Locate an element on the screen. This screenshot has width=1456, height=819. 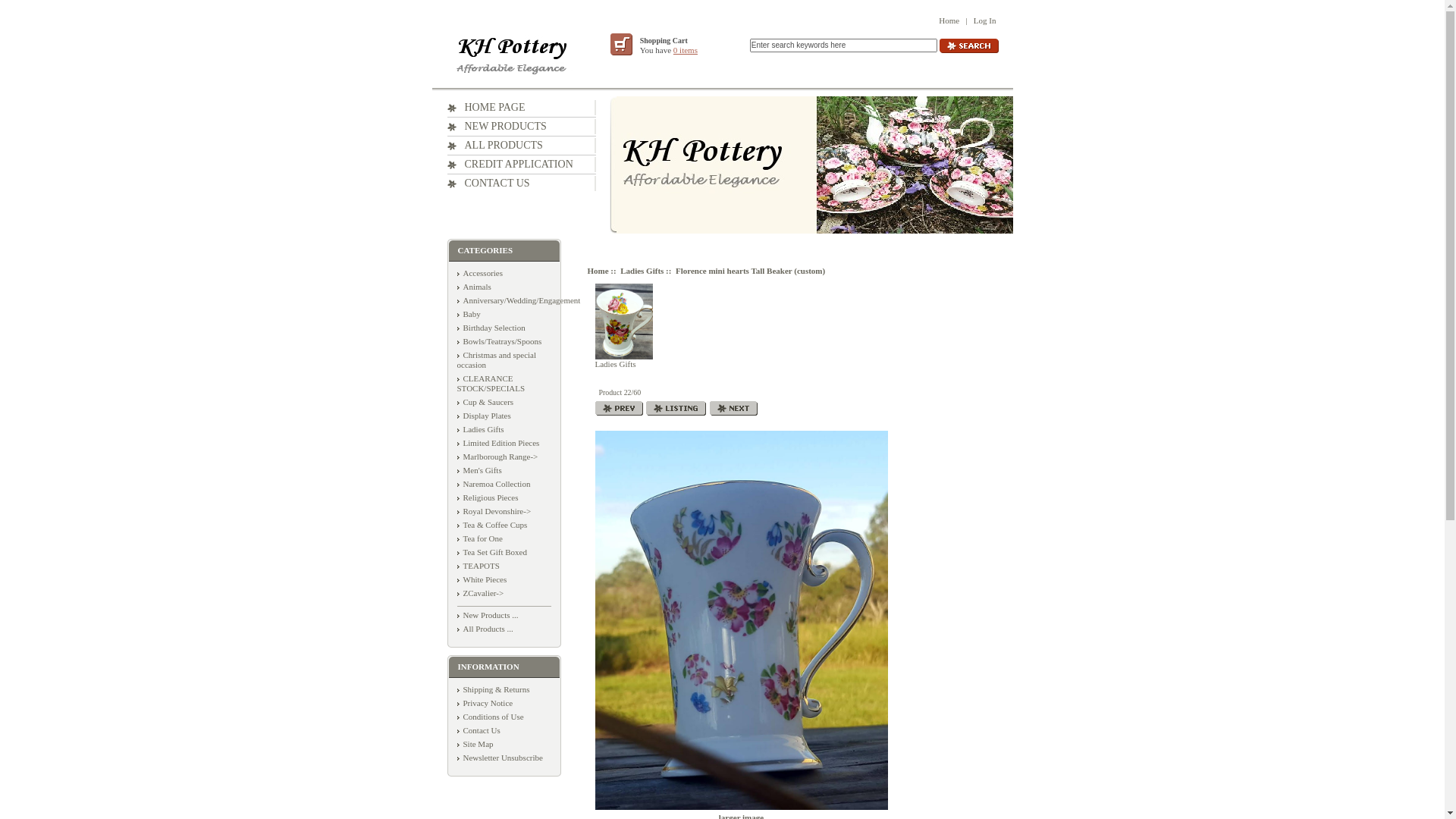
'Ladies Gifts' is located at coordinates (642, 270).